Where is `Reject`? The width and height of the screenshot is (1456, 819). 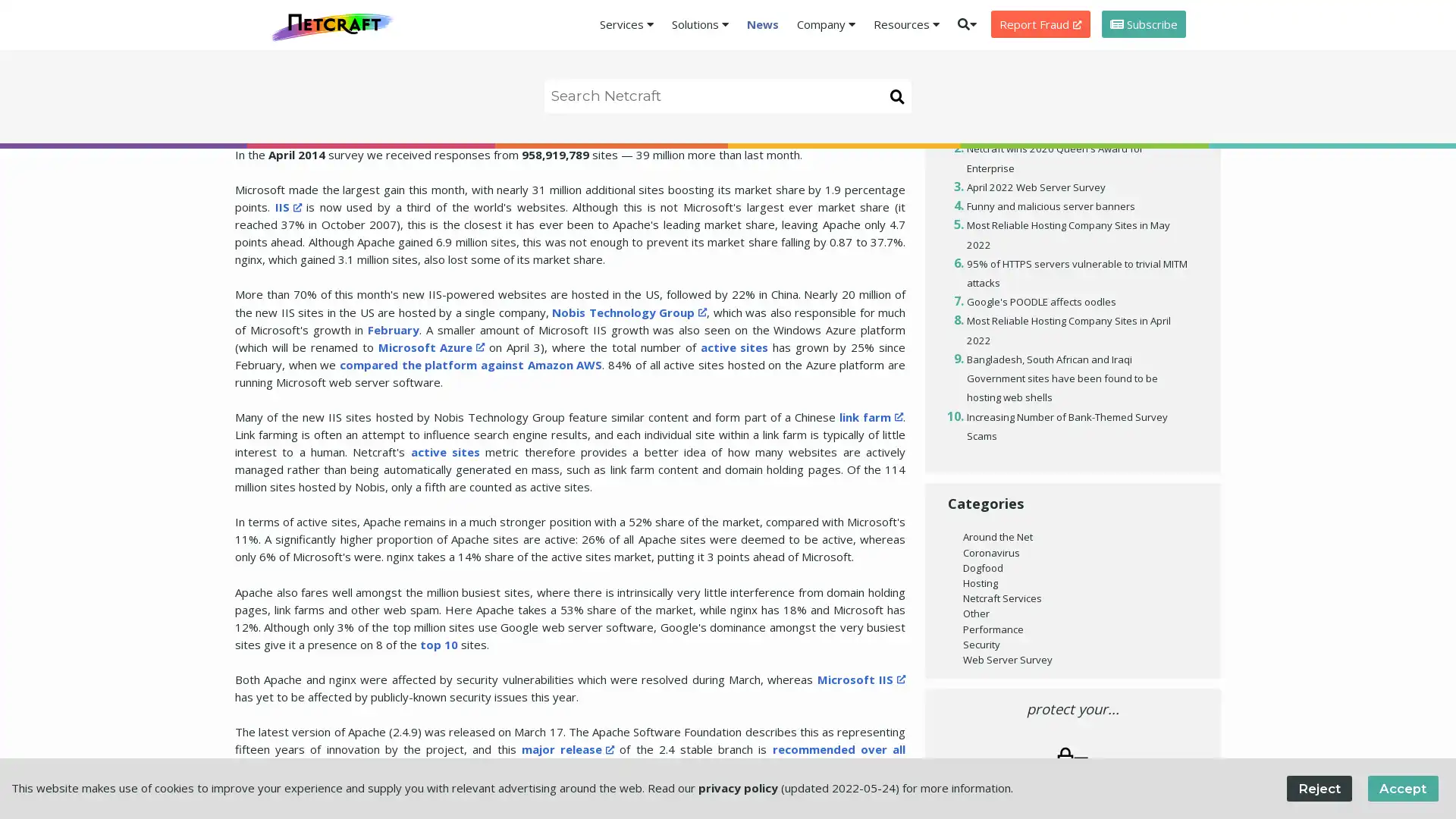 Reject is located at coordinates (1318, 787).